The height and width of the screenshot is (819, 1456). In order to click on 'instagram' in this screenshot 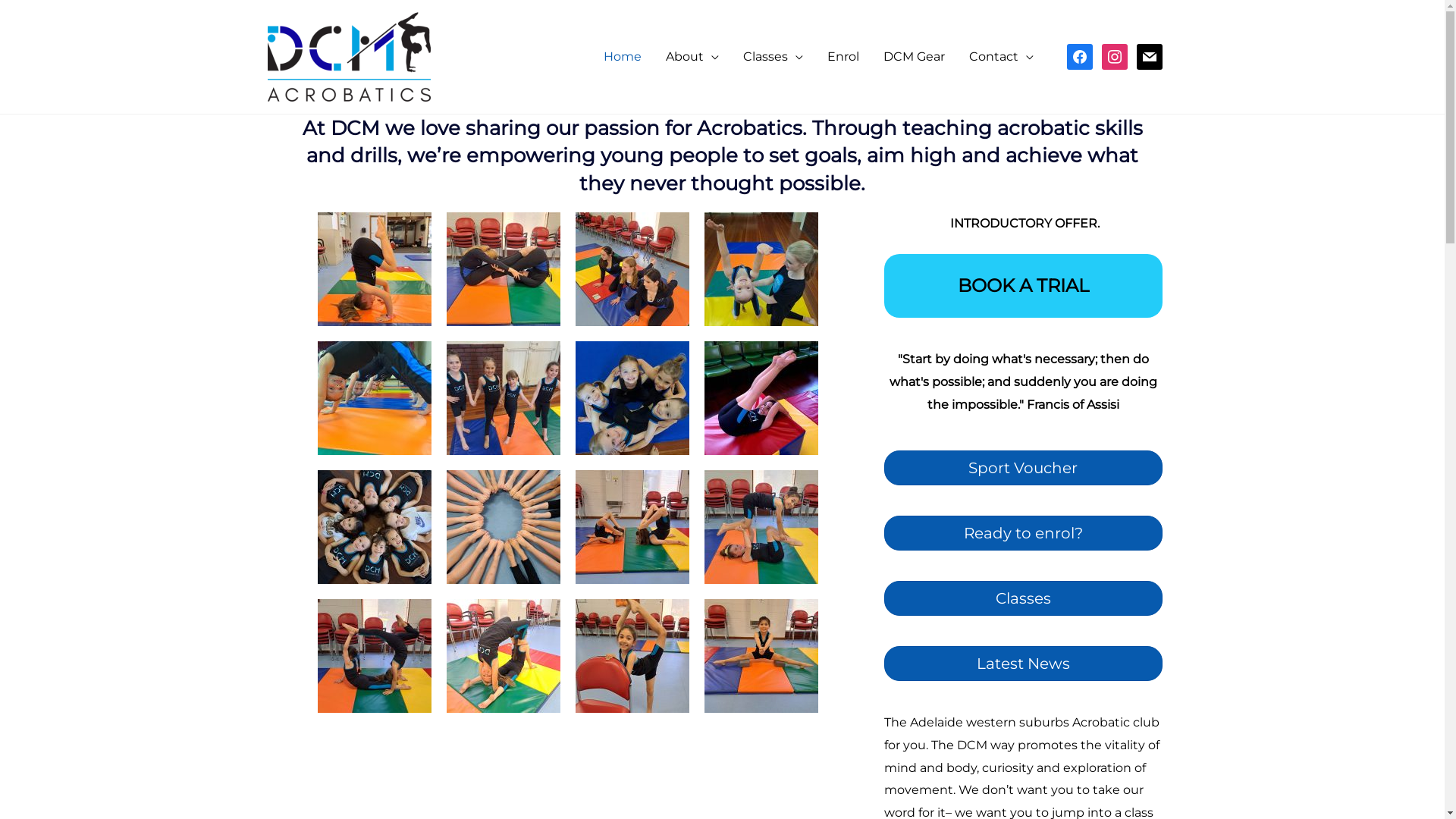, I will do `click(1113, 55)`.